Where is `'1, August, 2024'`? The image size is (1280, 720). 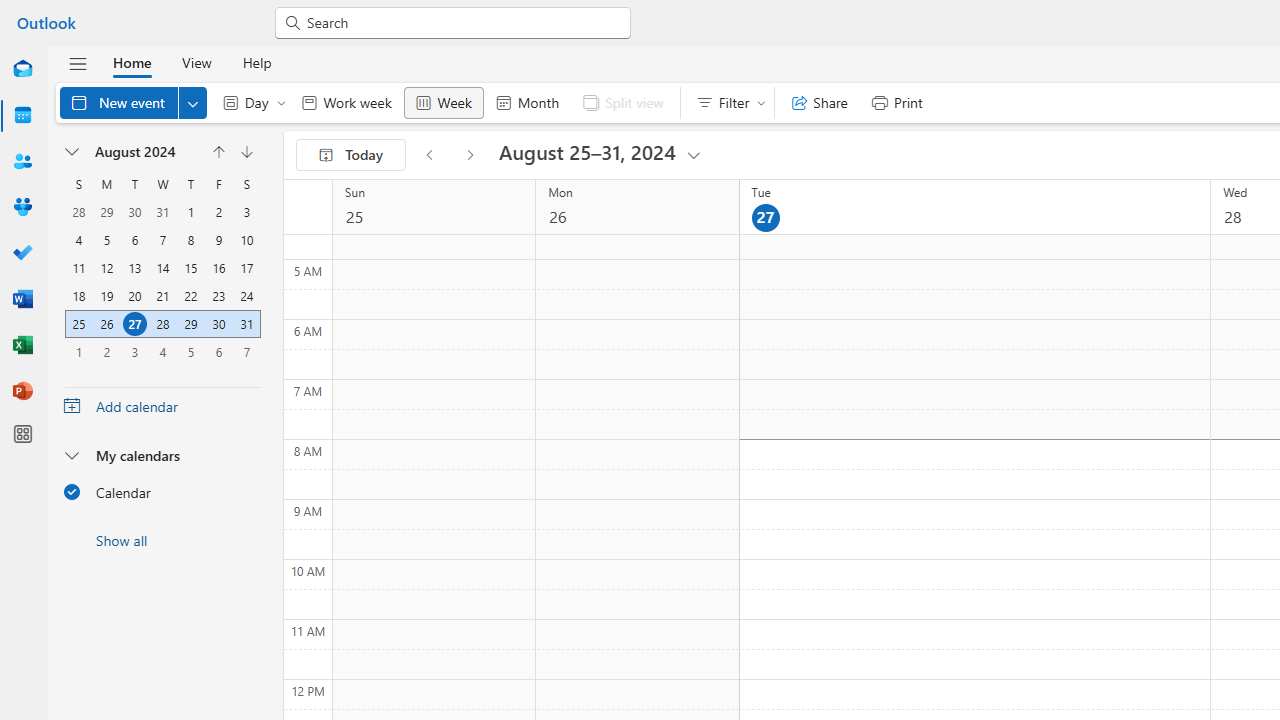 '1, August, 2024' is located at coordinates (190, 212).